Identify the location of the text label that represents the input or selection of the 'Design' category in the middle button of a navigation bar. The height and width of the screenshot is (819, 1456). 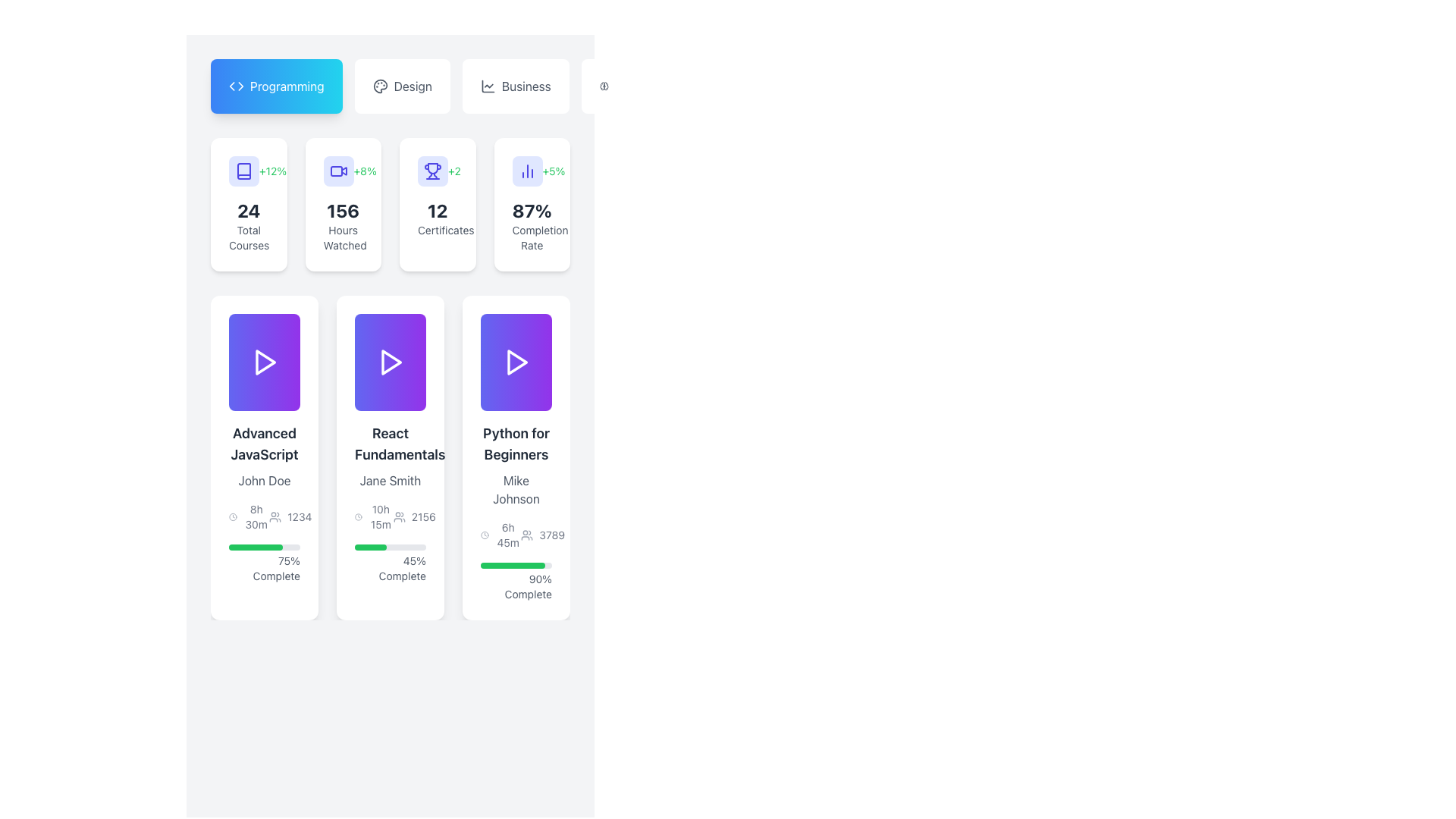
(413, 86).